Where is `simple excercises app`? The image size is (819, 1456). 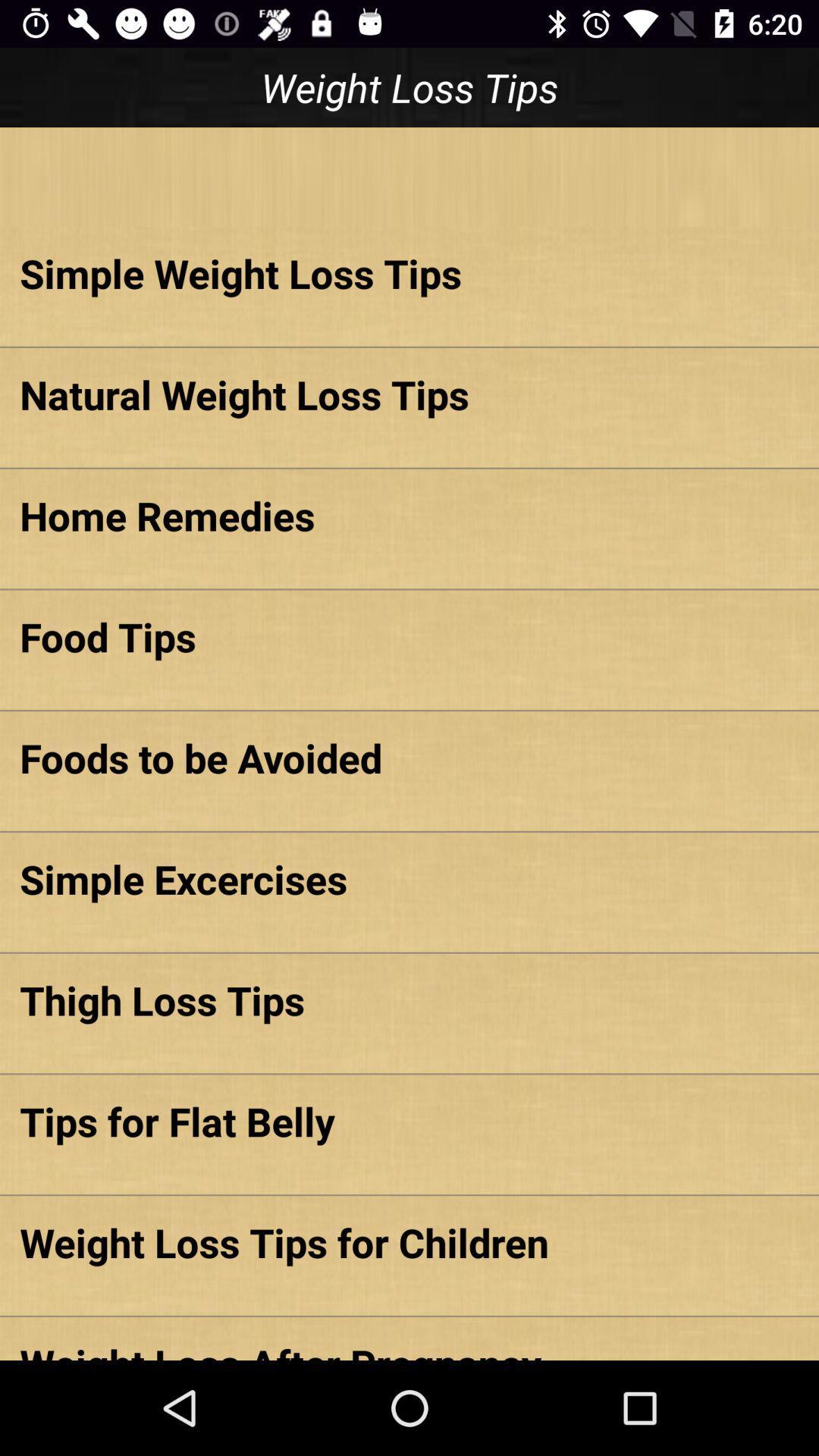
simple excercises app is located at coordinates (409, 879).